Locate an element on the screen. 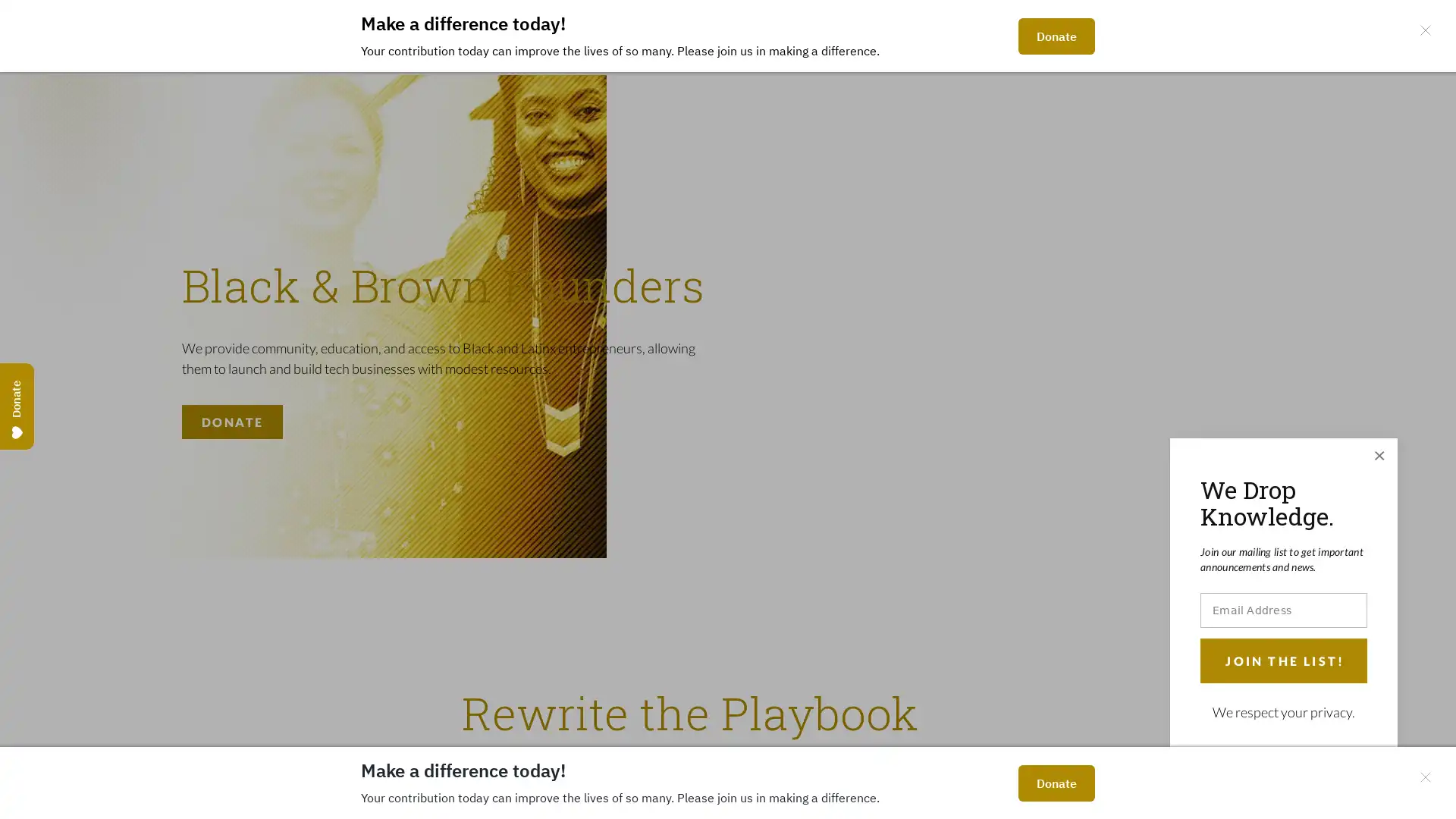  Close is located at coordinates (1379, 455).